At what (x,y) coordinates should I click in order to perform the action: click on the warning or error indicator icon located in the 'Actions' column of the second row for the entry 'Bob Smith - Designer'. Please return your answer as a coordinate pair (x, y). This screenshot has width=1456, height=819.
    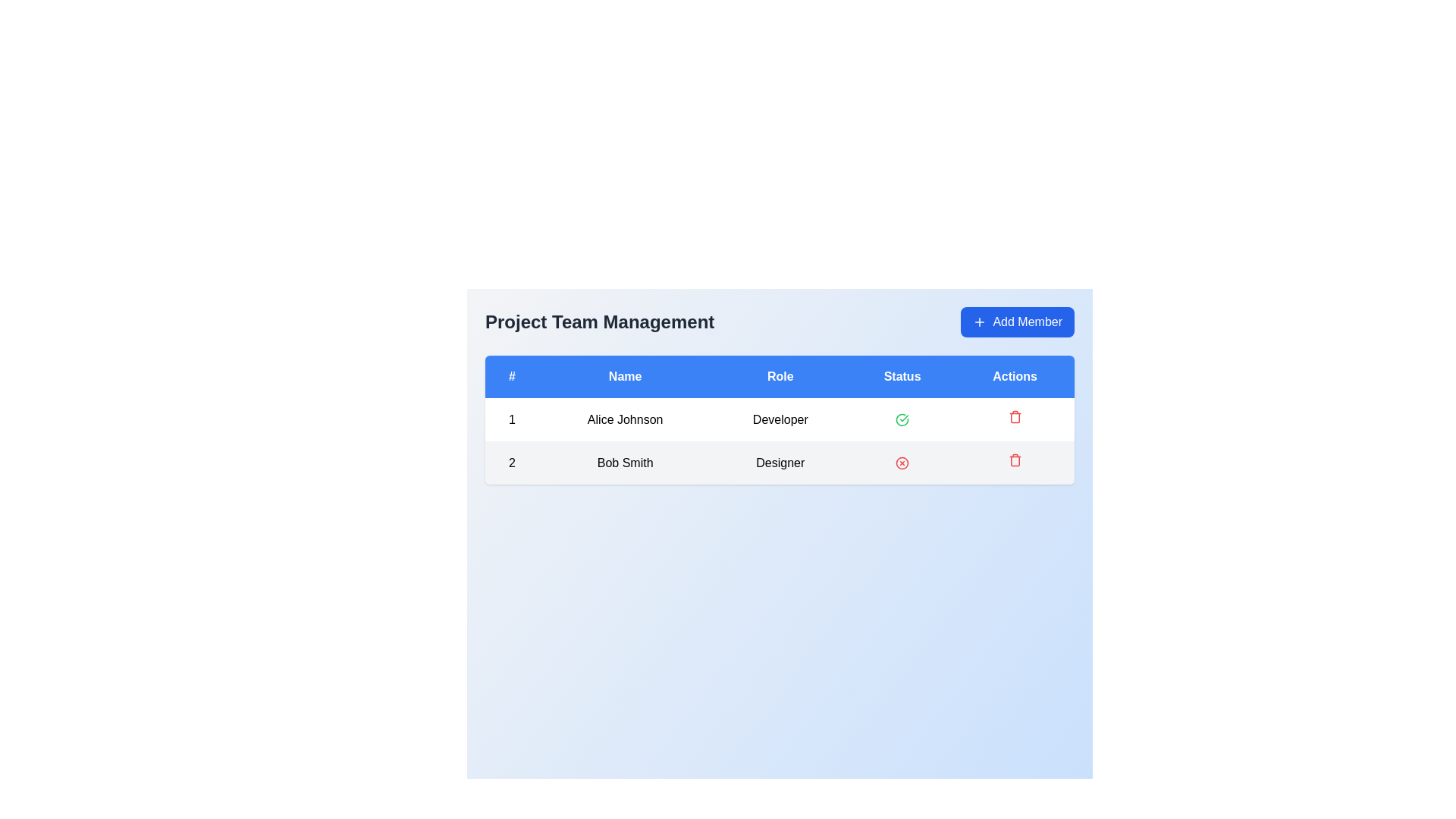
    Looking at the image, I should click on (902, 463).